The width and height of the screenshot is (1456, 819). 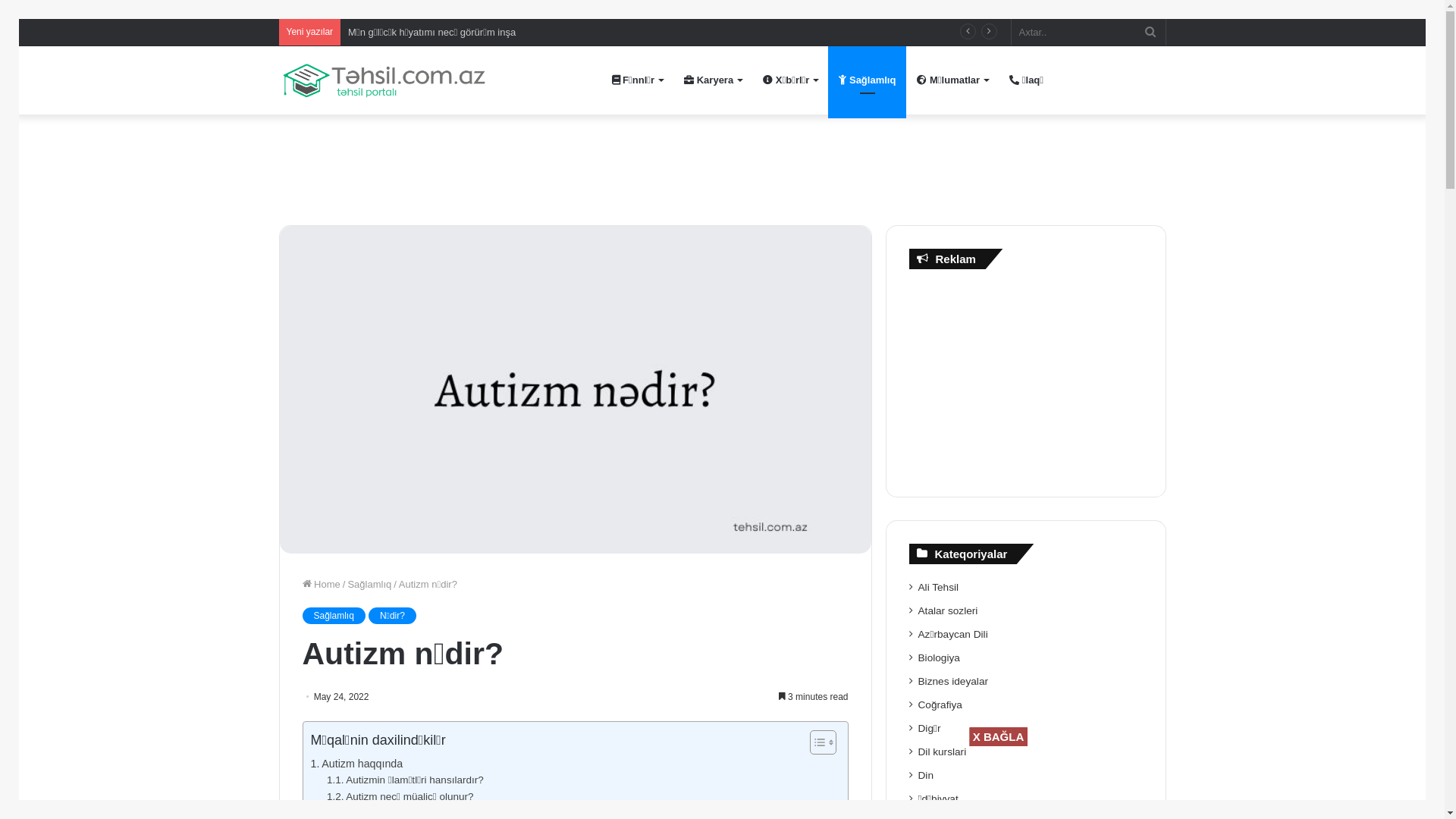 What do you see at coordinates (751, 780) in the screenshot?
I see `'Advertisement'` at bounding box center [751, 780].